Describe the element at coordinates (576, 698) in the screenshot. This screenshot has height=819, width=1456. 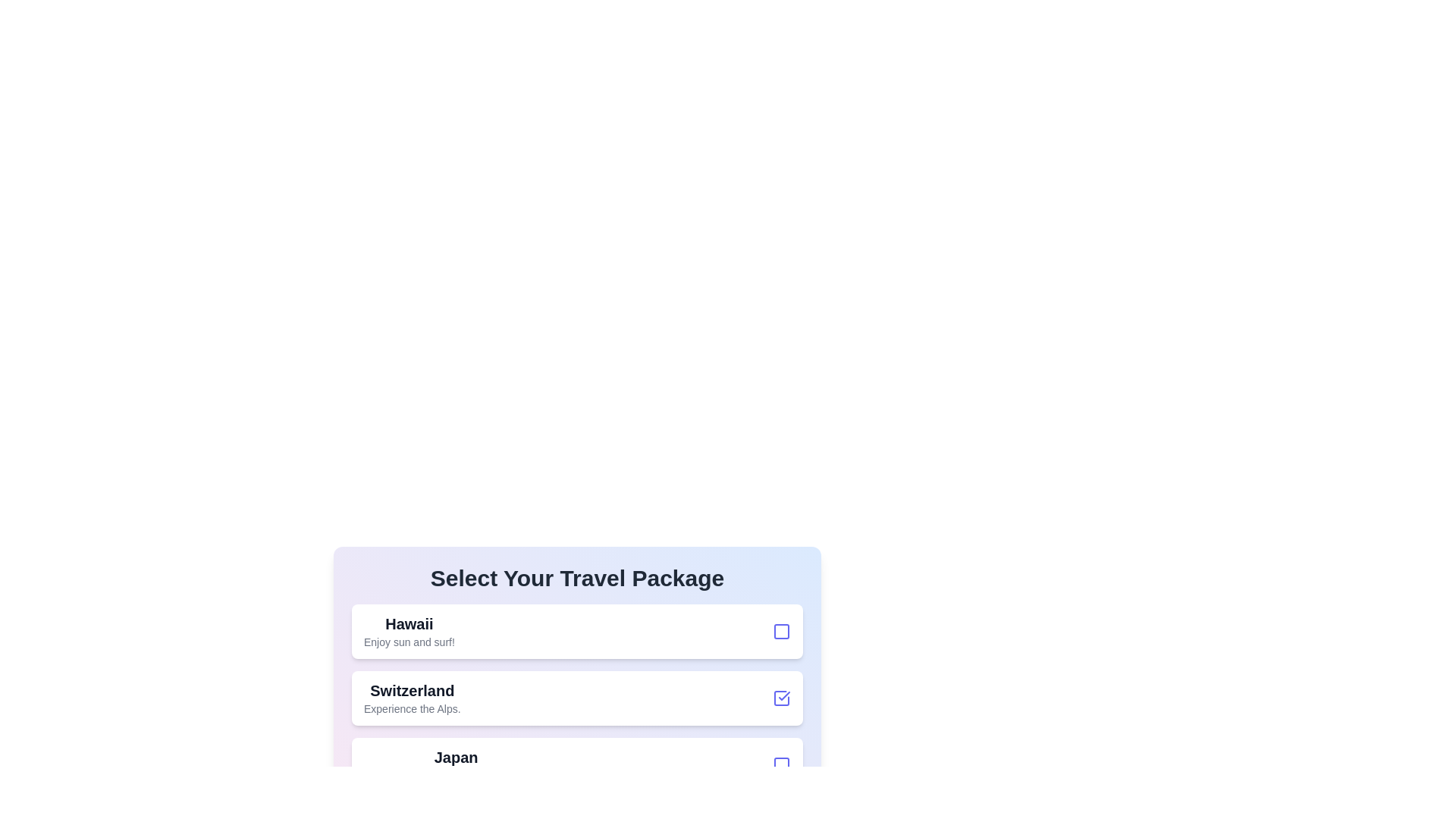
I see `the travel package list item corresponding to Switzerland` at that location.